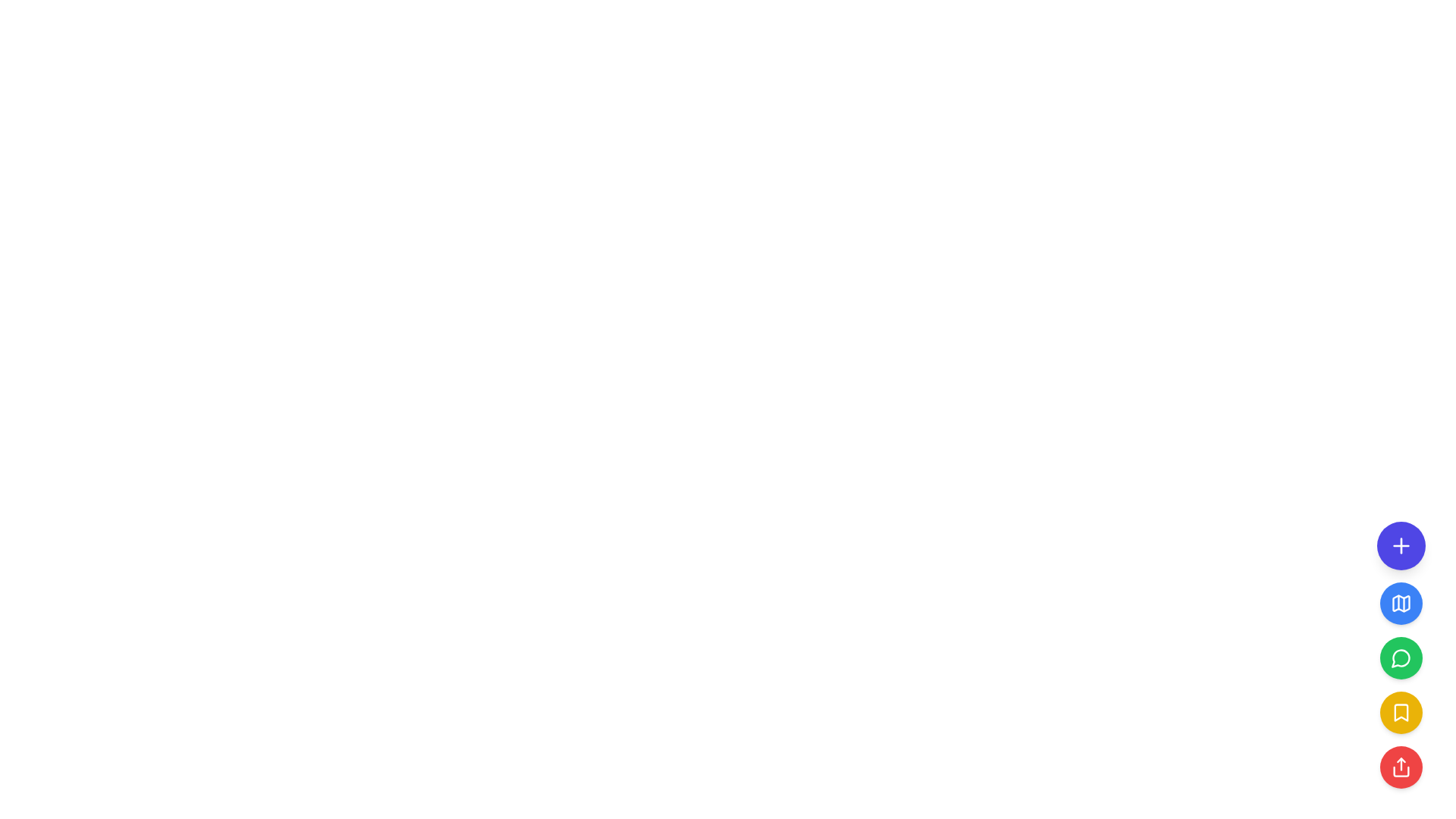 The height and width of the screenshot is (819, 1456). I want to click on the green circular button with a white speech bubble symbol, which is the third icon in a vertical stack on the right side of the interface, so click(1401, 657).